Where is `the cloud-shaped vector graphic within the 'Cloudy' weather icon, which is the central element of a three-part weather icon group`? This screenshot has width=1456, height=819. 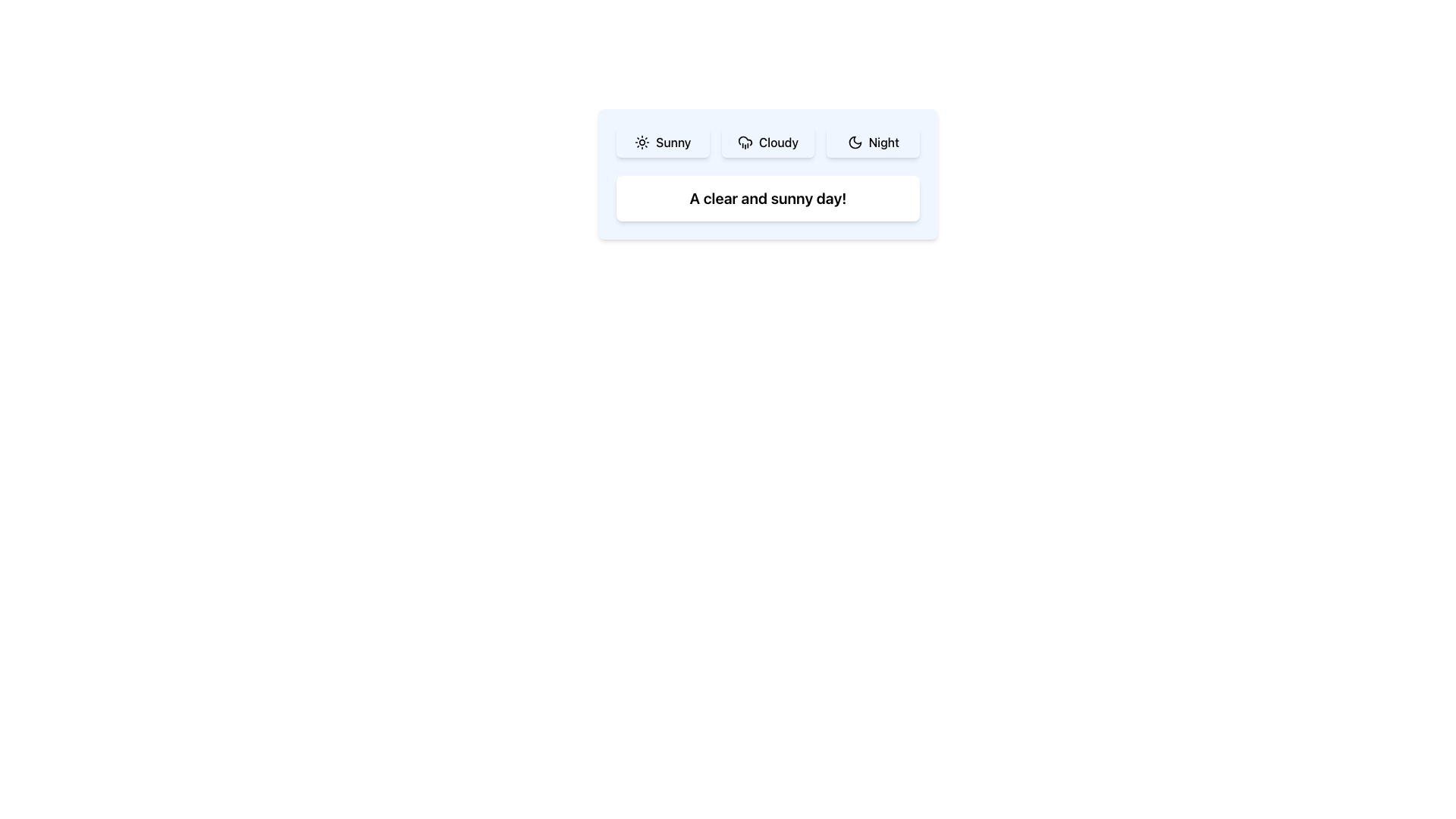
the cloud-shaped vector graphic within the 'Cloudy' weather icon, which is the central element of a three-part weather icon group is located at coordinates (745, 140).